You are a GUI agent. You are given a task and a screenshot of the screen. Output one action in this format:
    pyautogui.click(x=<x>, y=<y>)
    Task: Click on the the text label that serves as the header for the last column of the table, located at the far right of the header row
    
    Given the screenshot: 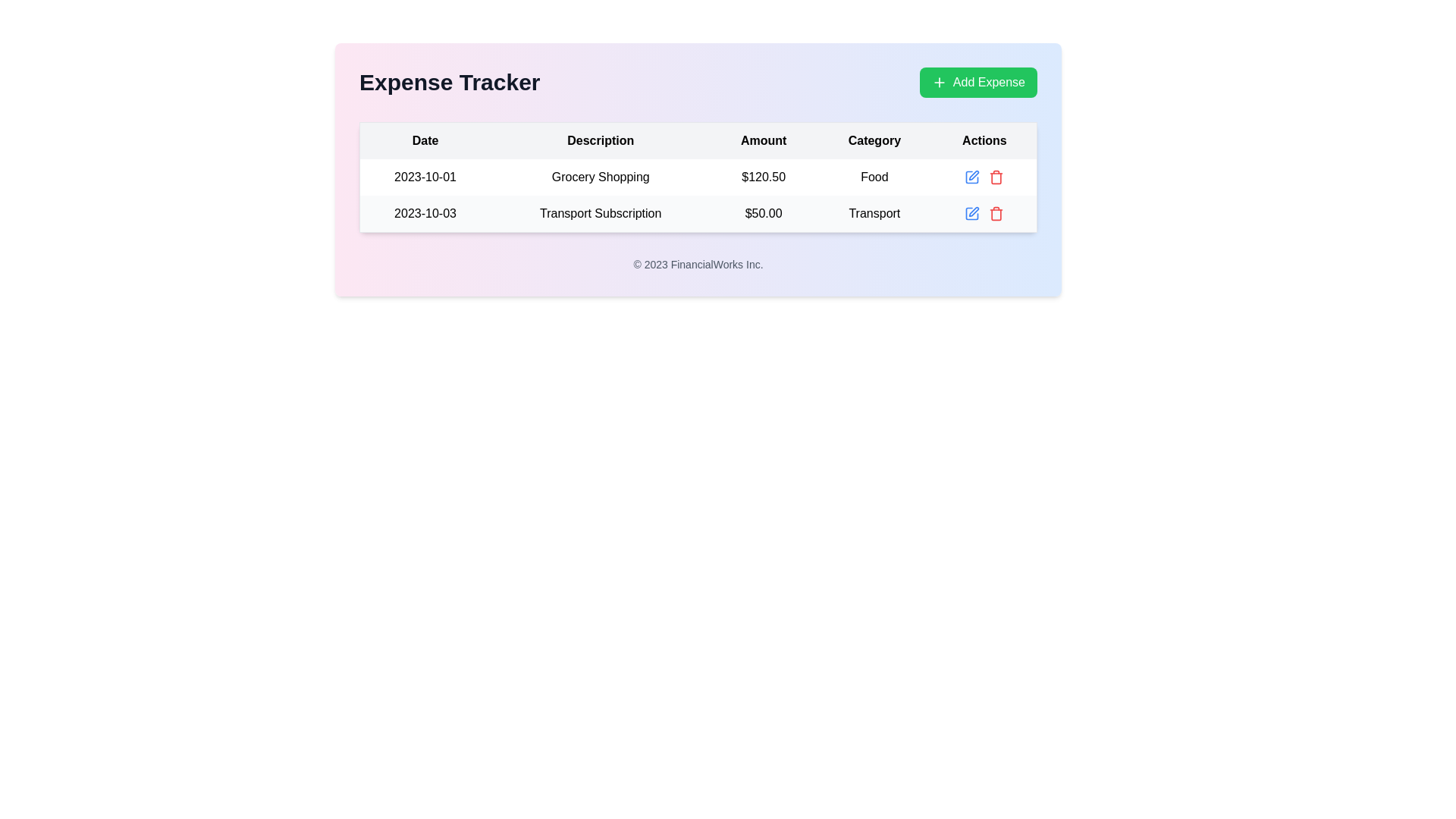 What is the action you would take?
    pyautogui.click(x=984, y=140)
    